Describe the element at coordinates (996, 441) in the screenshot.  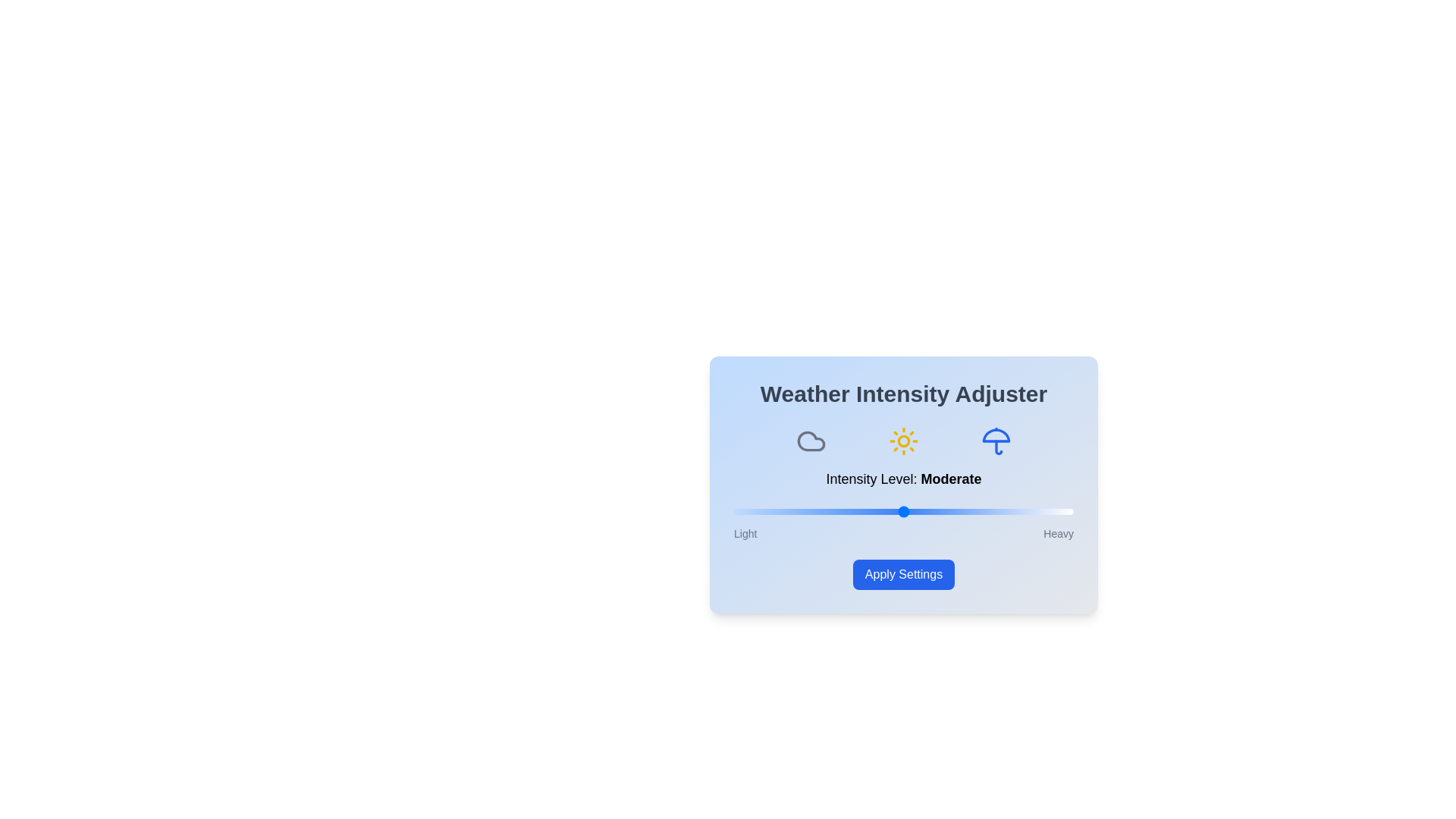
I see `the umbrella icon` at that location.